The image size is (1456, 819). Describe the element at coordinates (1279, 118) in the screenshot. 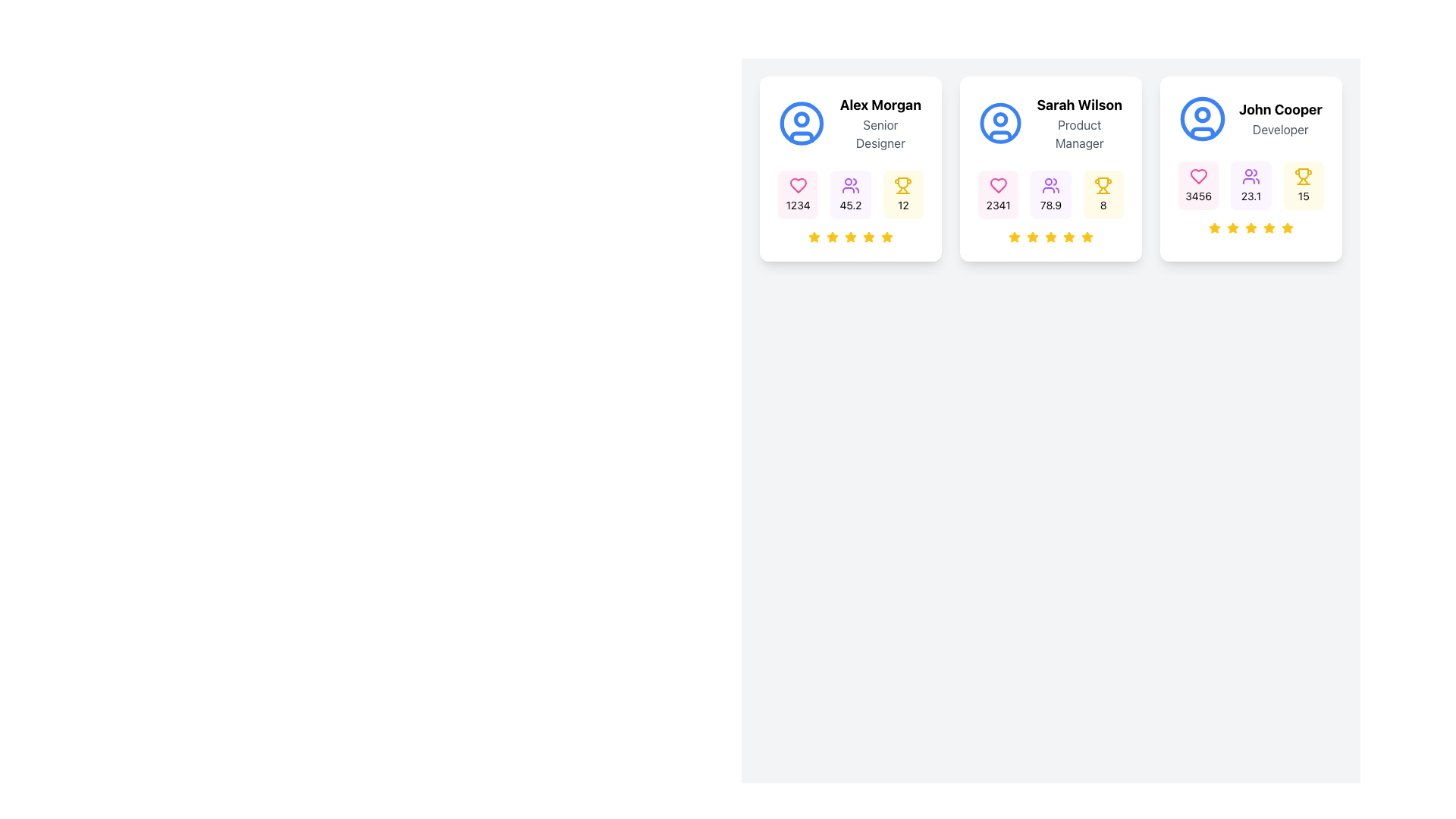

I see `name 'John Cooper' and title 'Developer' from the text label in the rightmost profile card, which is distinguished by its bold font for the name and a gray color for the title` at that location.